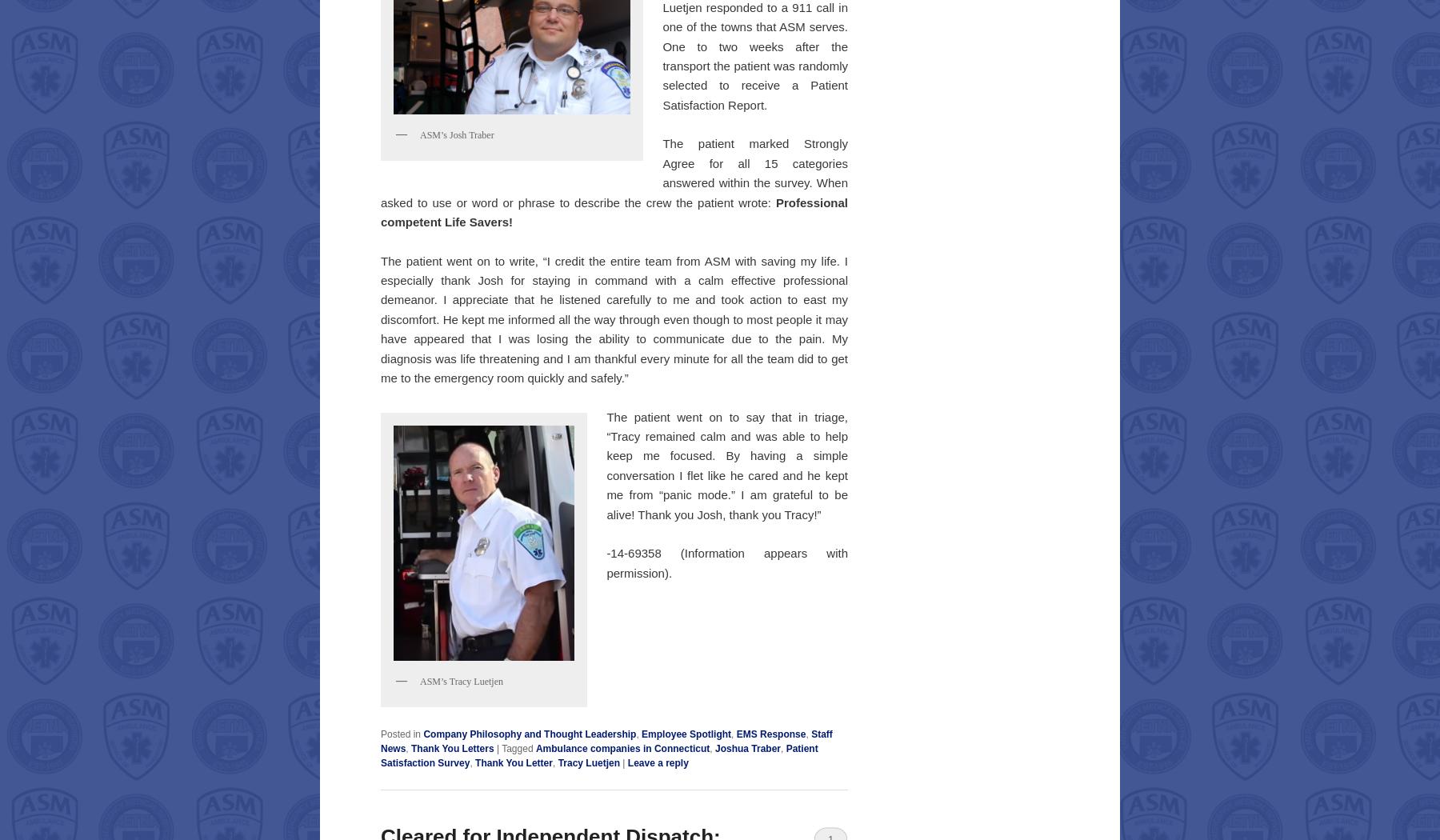  Describe the element at coordinates (614, 210) in the screenshot. I see `'Professional competent Life Savers!'` at that location.